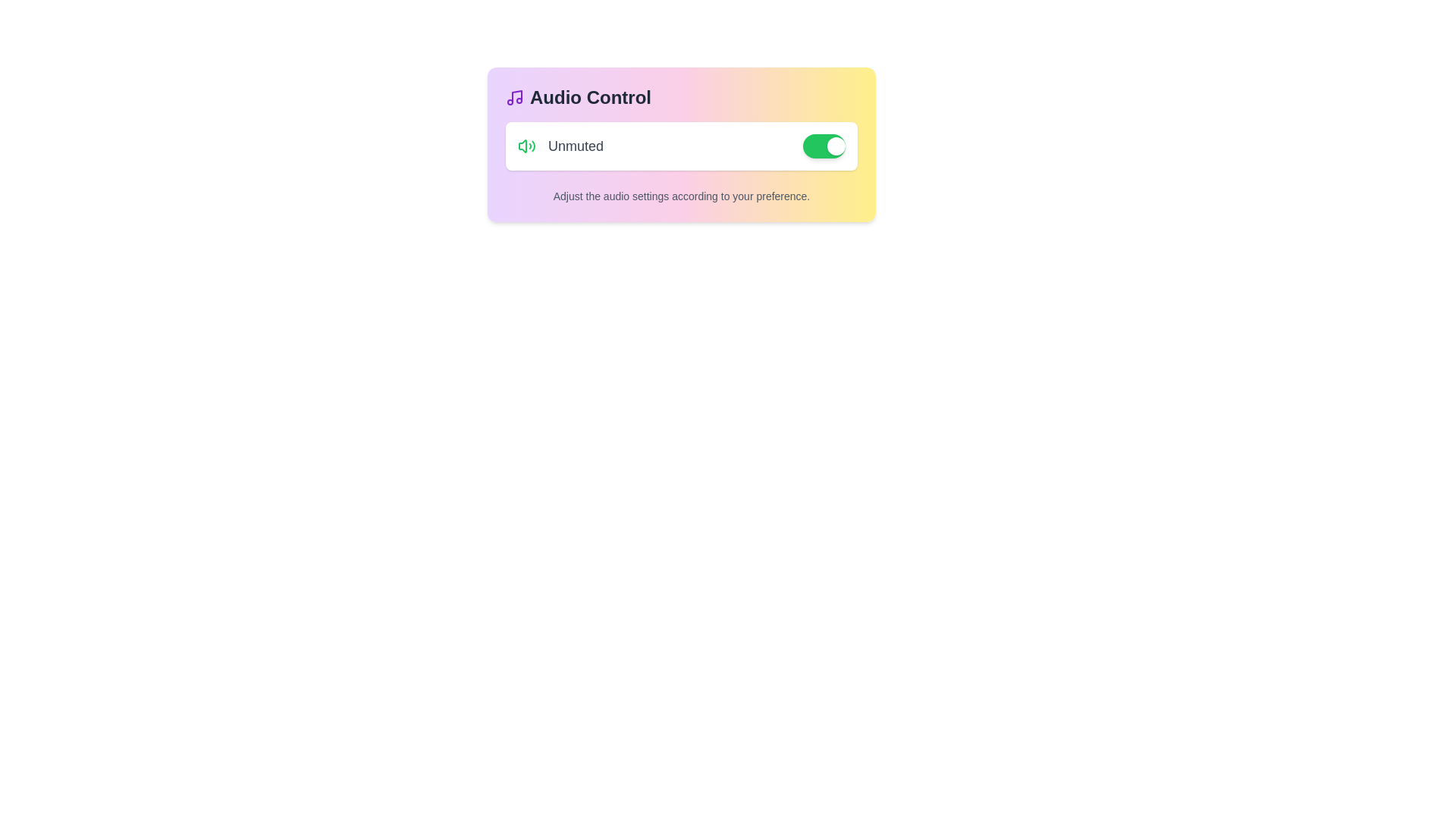  I want to click on the bright purple vertical line icon representing the musical note, located to the left of the 'Audio Control' text at the top left of the card, so click(516, 96).